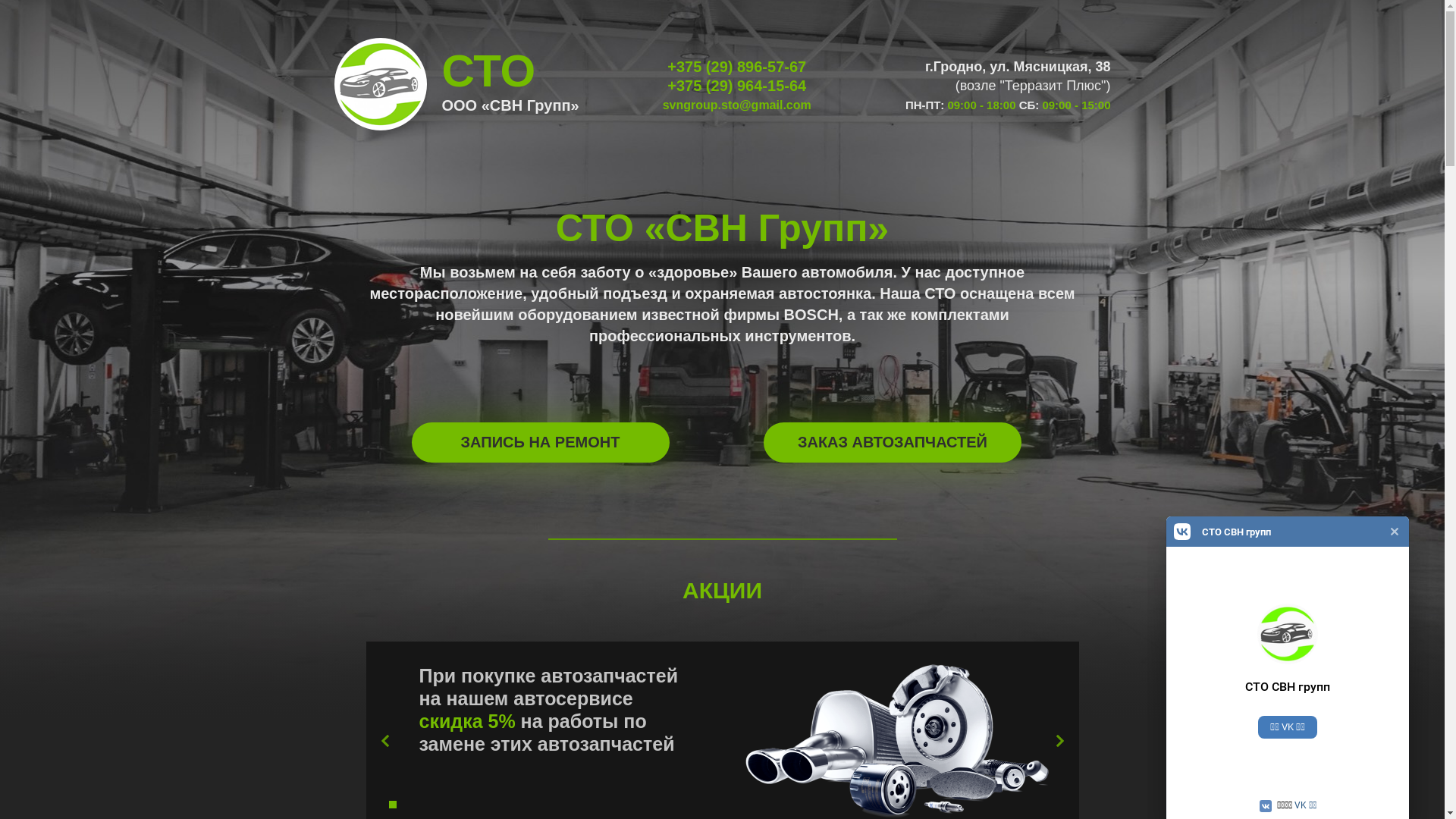 Image resolution: width=1456 pixels, height=819 pixels. Describe the element at coordinates (736, 104) in the screenshot. I see `'svngroup.sto@gmail.com'` at that location.